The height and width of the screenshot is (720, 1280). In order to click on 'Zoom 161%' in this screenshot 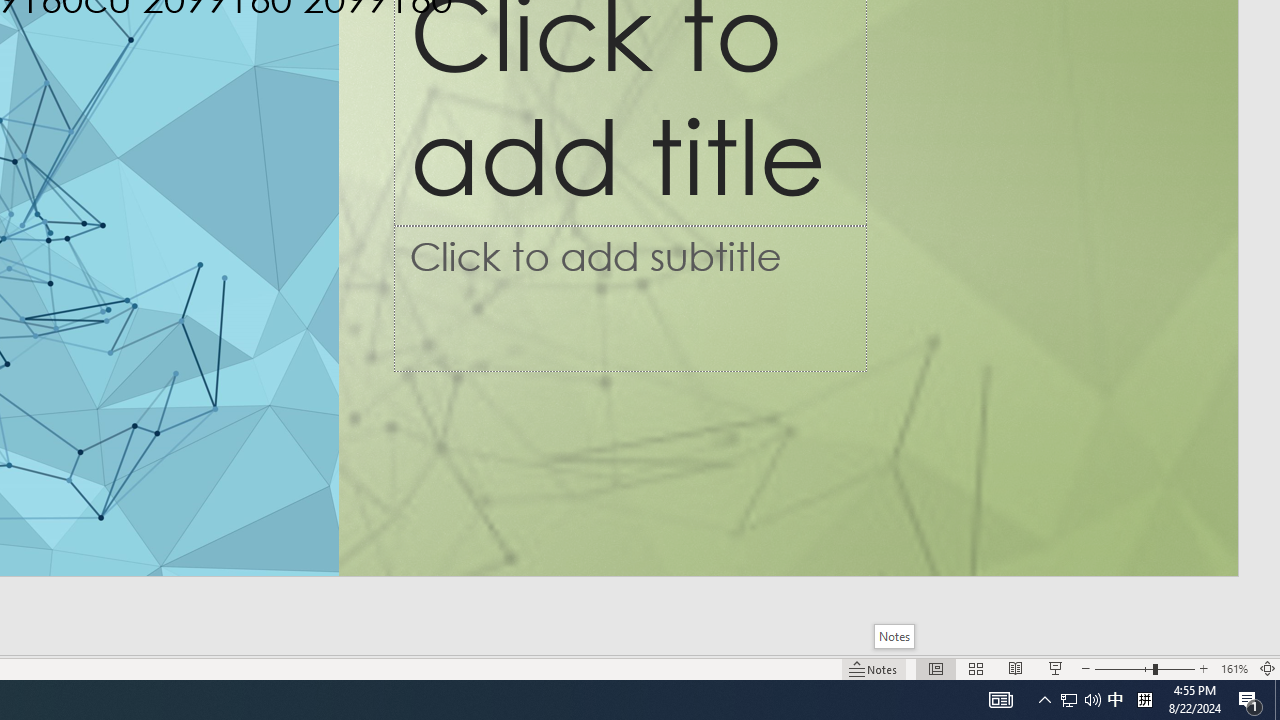, I will do `click(1233, 669)`.